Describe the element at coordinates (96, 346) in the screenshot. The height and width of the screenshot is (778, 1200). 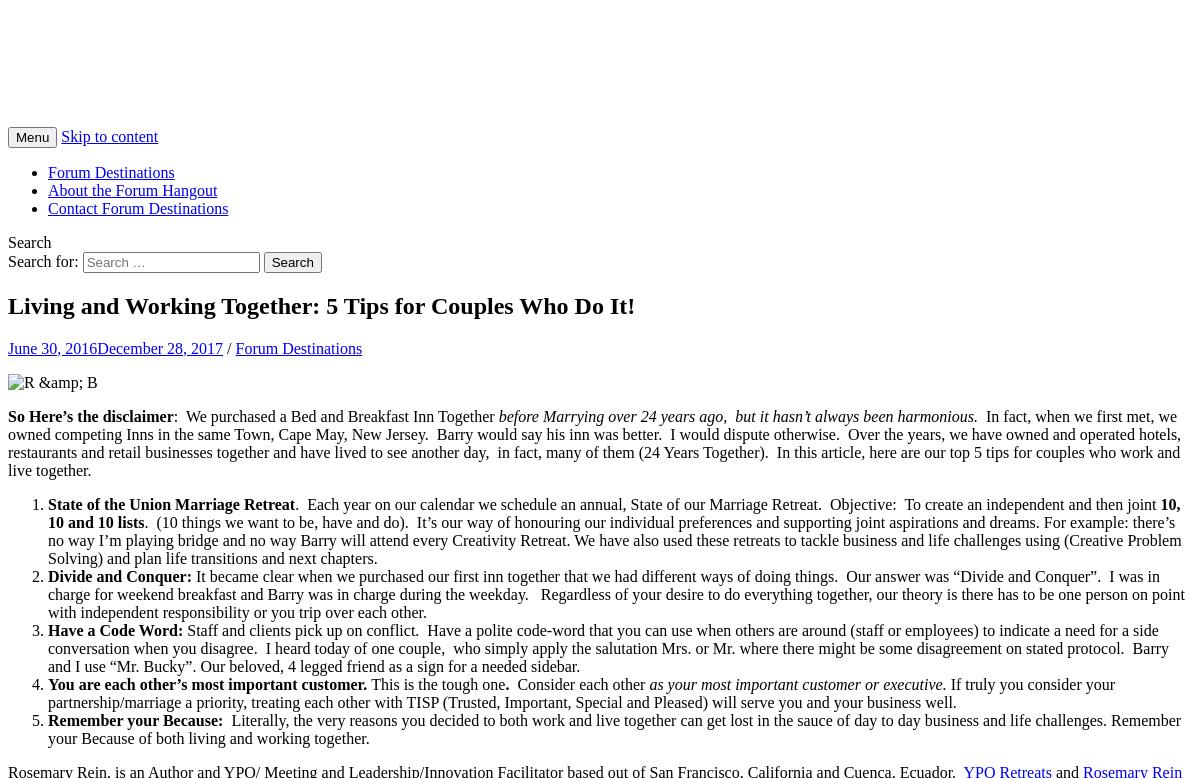
I see `'December 28, 2017'` at that location.